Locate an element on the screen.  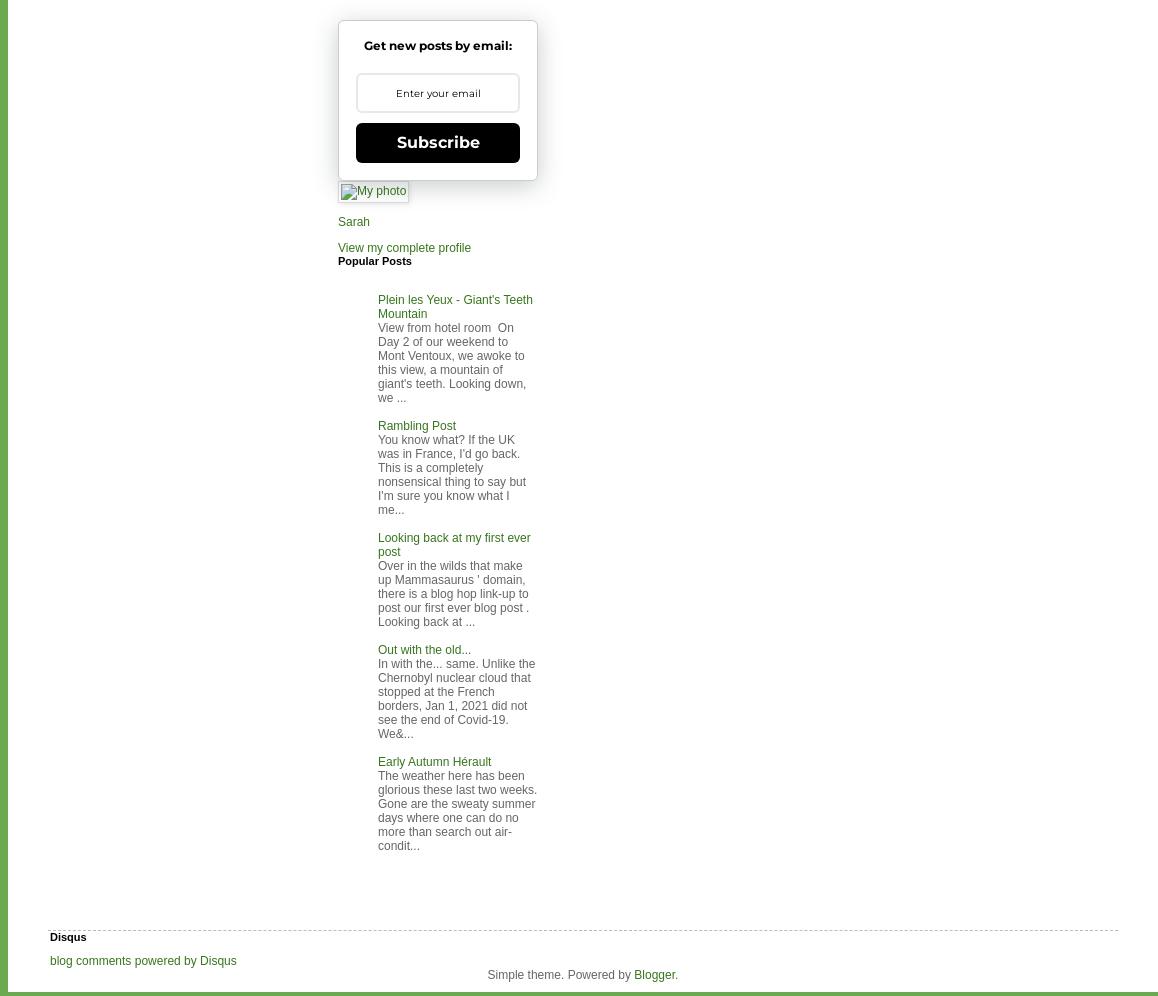
'Sarah' is located at coordinates (353, 221).